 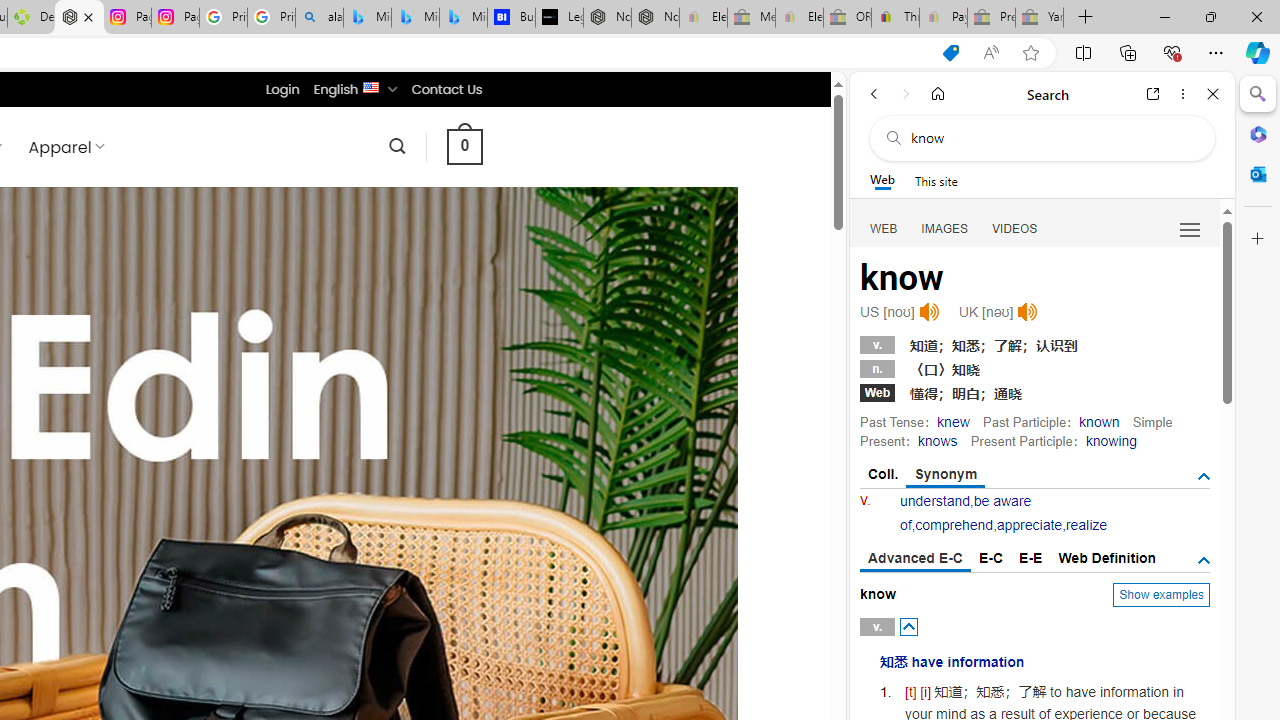 I want to click on 'English', so click(x=371, y=85).